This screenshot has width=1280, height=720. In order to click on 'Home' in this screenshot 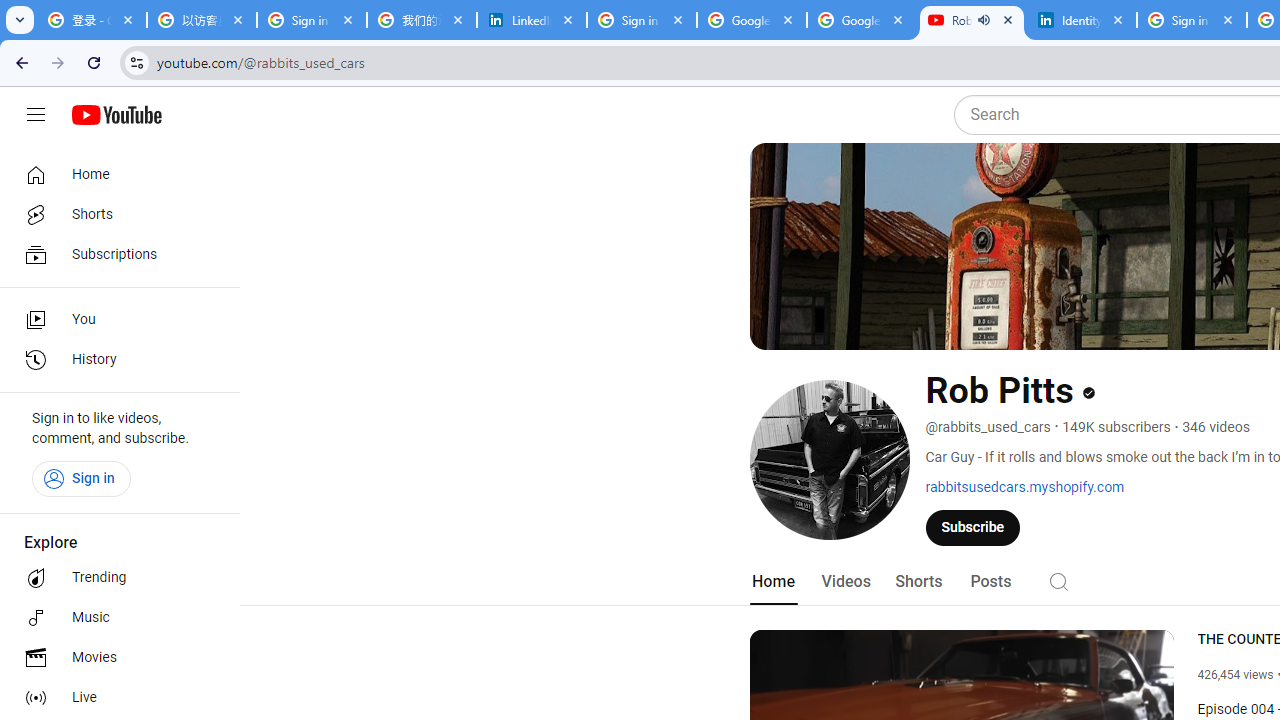, I will do `click(112, 173)`.